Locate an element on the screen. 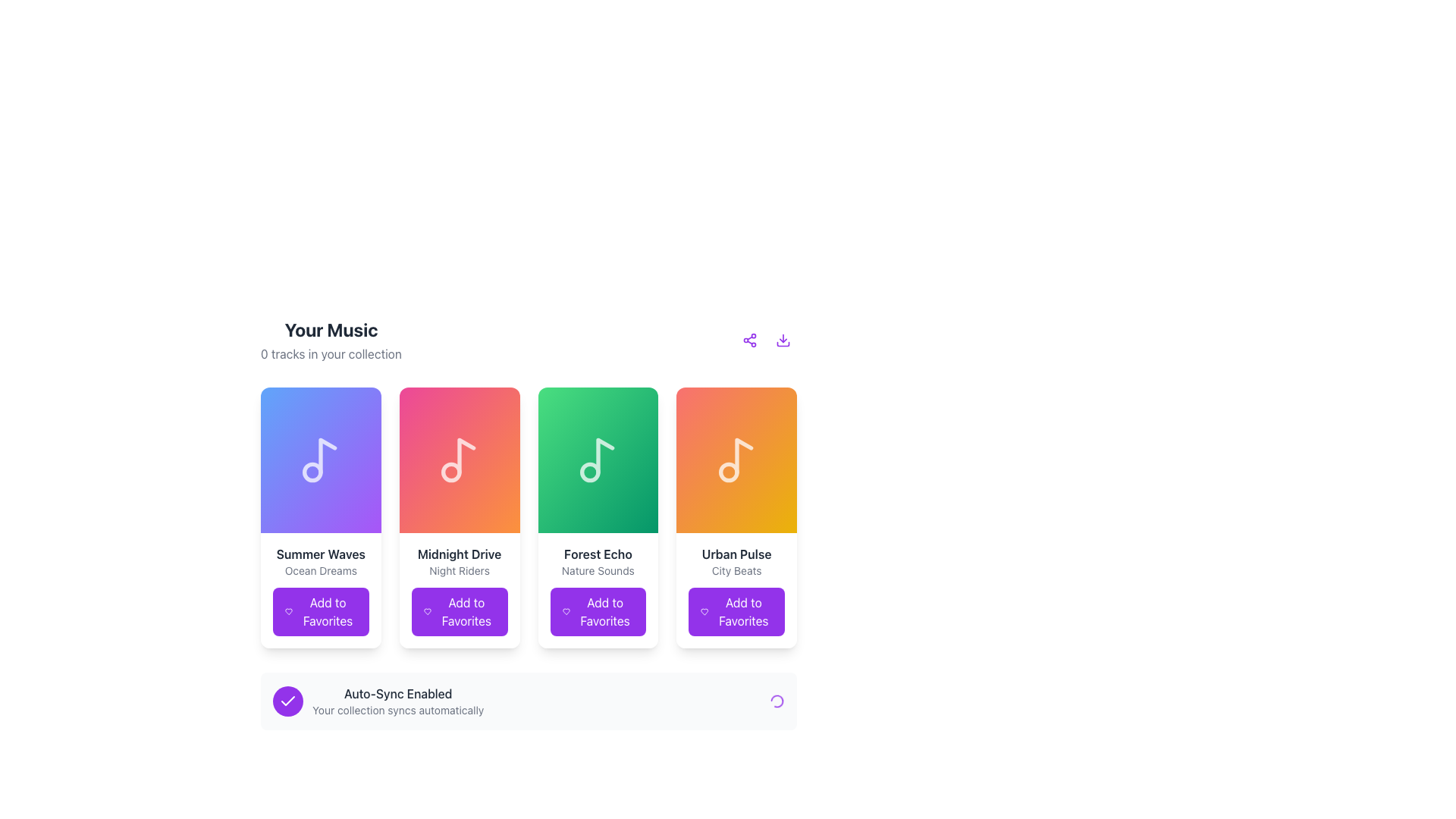 The image size is (1456, 819). text label displaying 'Summer Waves' which is bold and gray-black, located at the top of the first card in a row of four cards is located at coordinates (320, 554).